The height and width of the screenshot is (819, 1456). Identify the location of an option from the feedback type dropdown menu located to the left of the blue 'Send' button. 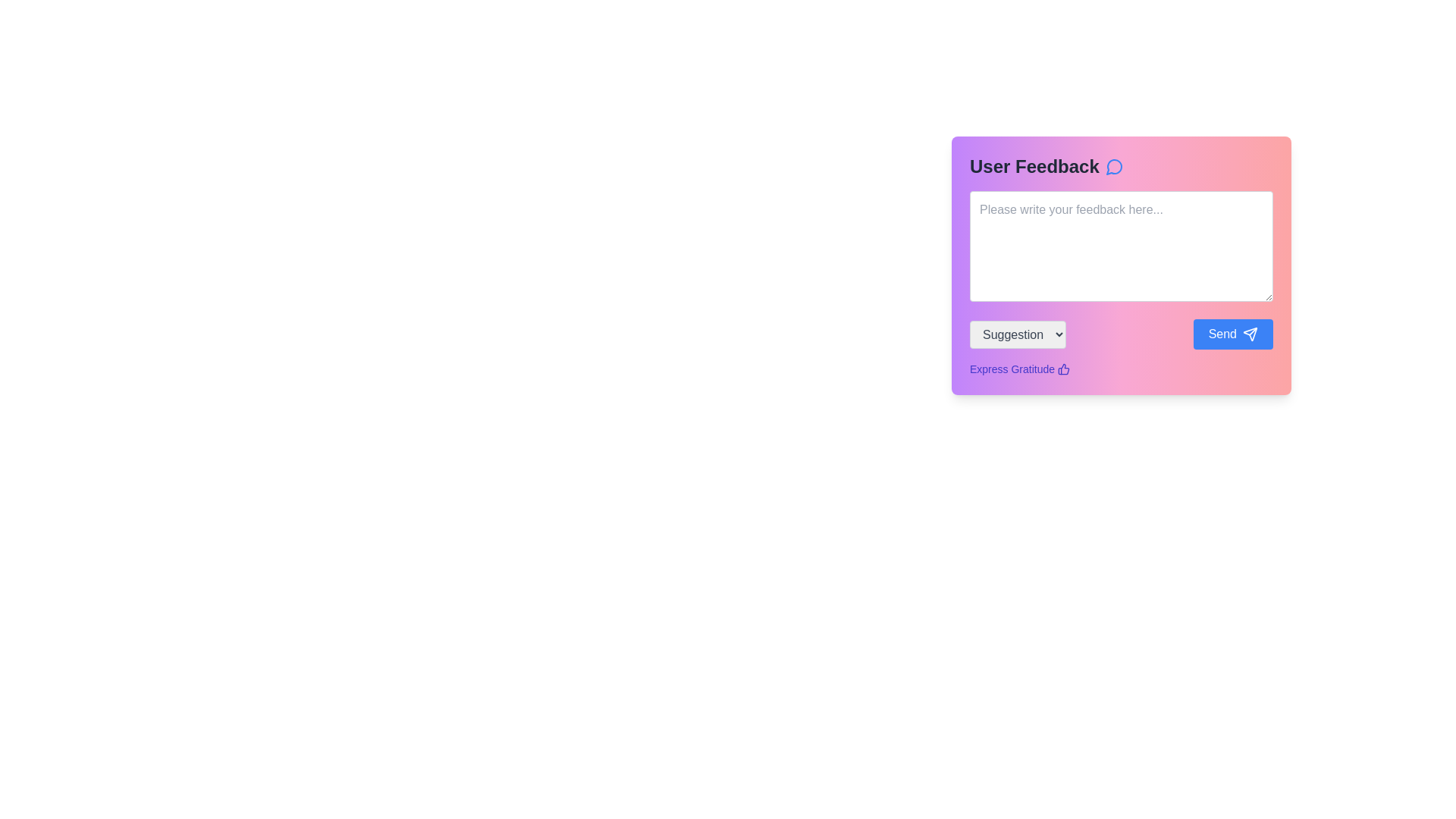
(1018, 333).